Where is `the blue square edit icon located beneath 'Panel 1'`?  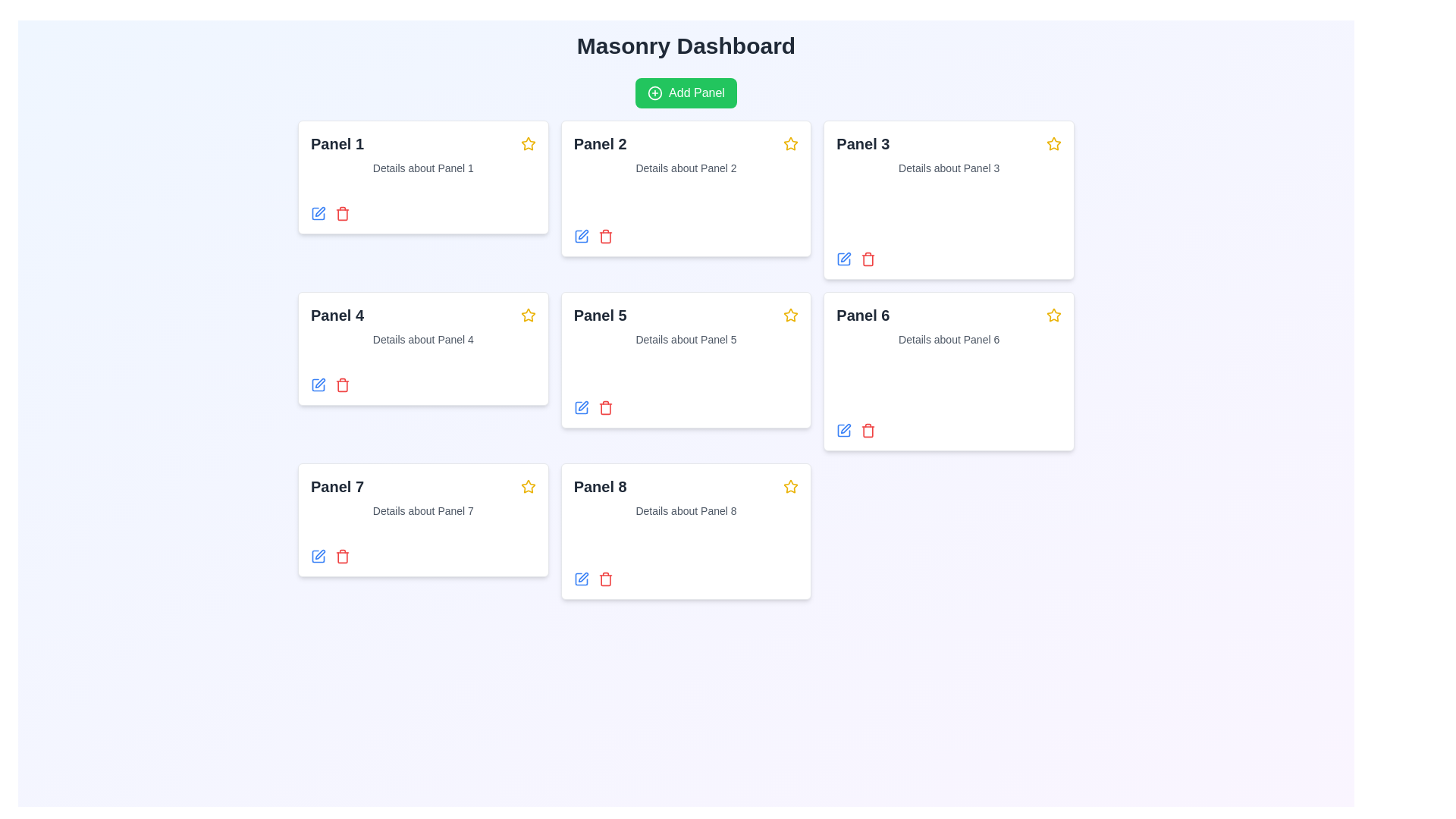
the blue square edit icon located beneath 'Panel 1' is located at coordinates (318, 384).